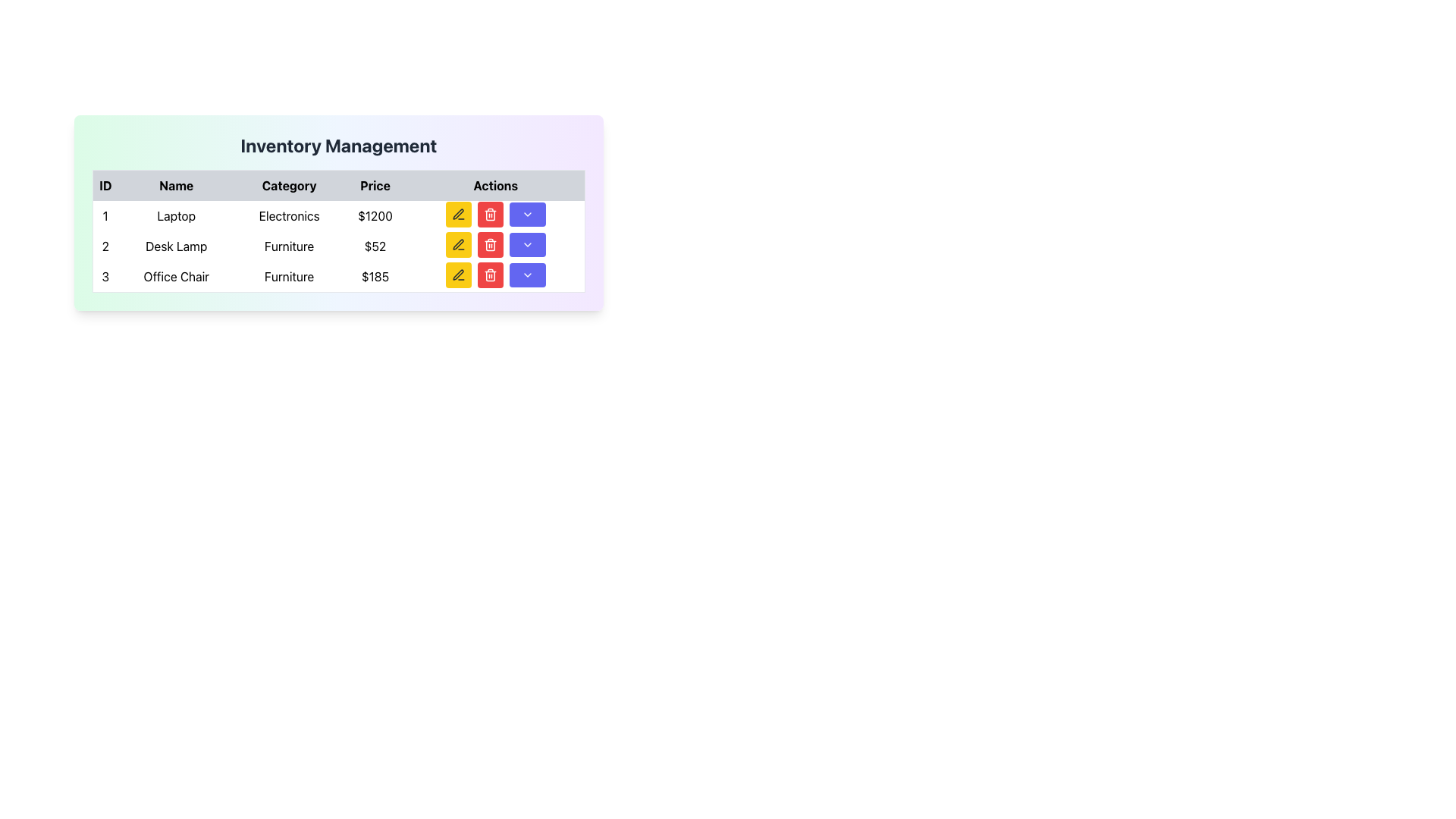 The height and width of the screenshot is (819, 1456). Describe the element at coordinates (375, 216) in the screenshot. I see `the static text element displaying the price '$1200' in the 'Price' column of the first row in the table` at that location.